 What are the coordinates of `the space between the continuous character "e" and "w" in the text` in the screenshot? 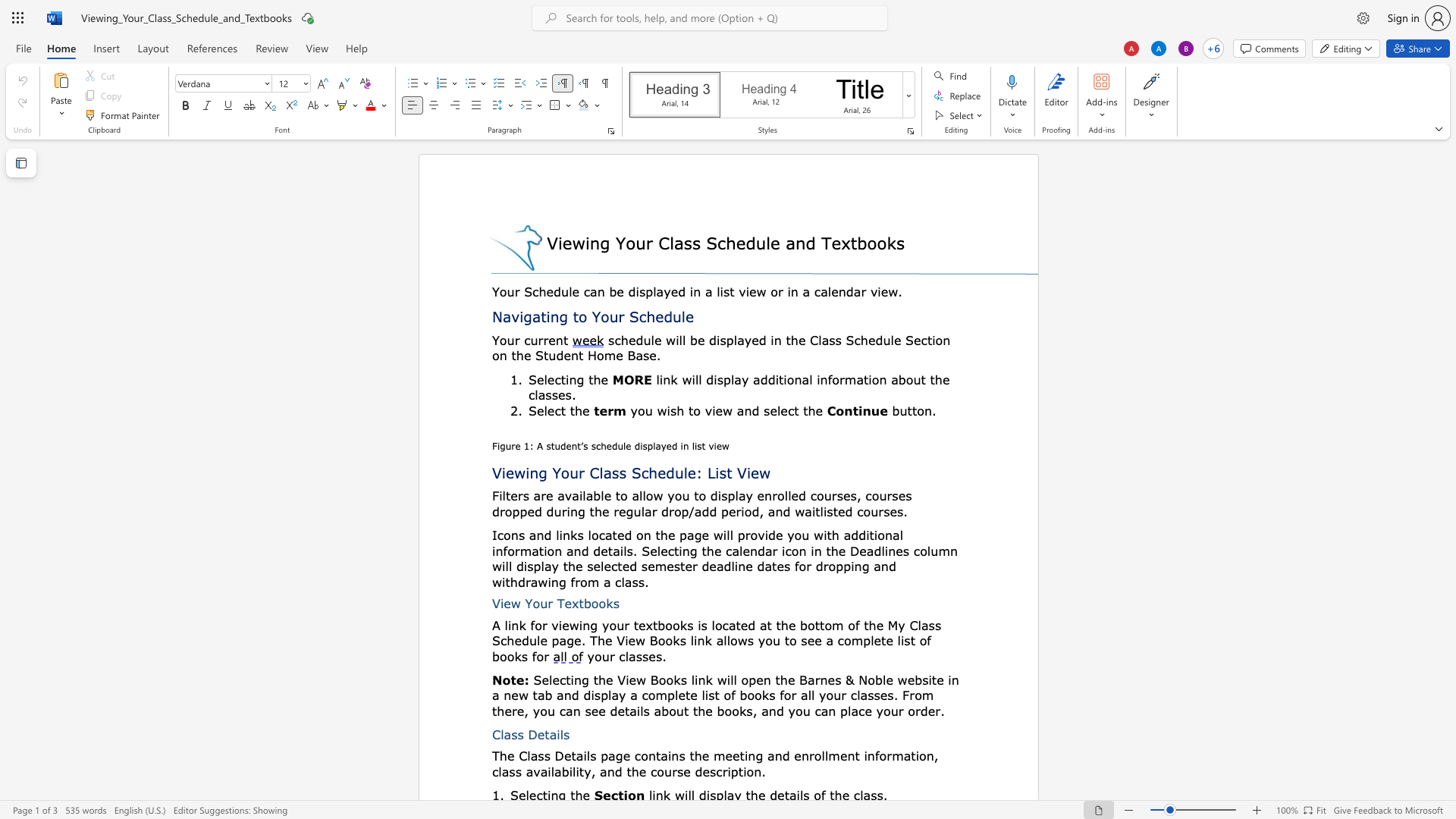 It's located at (511, 602).